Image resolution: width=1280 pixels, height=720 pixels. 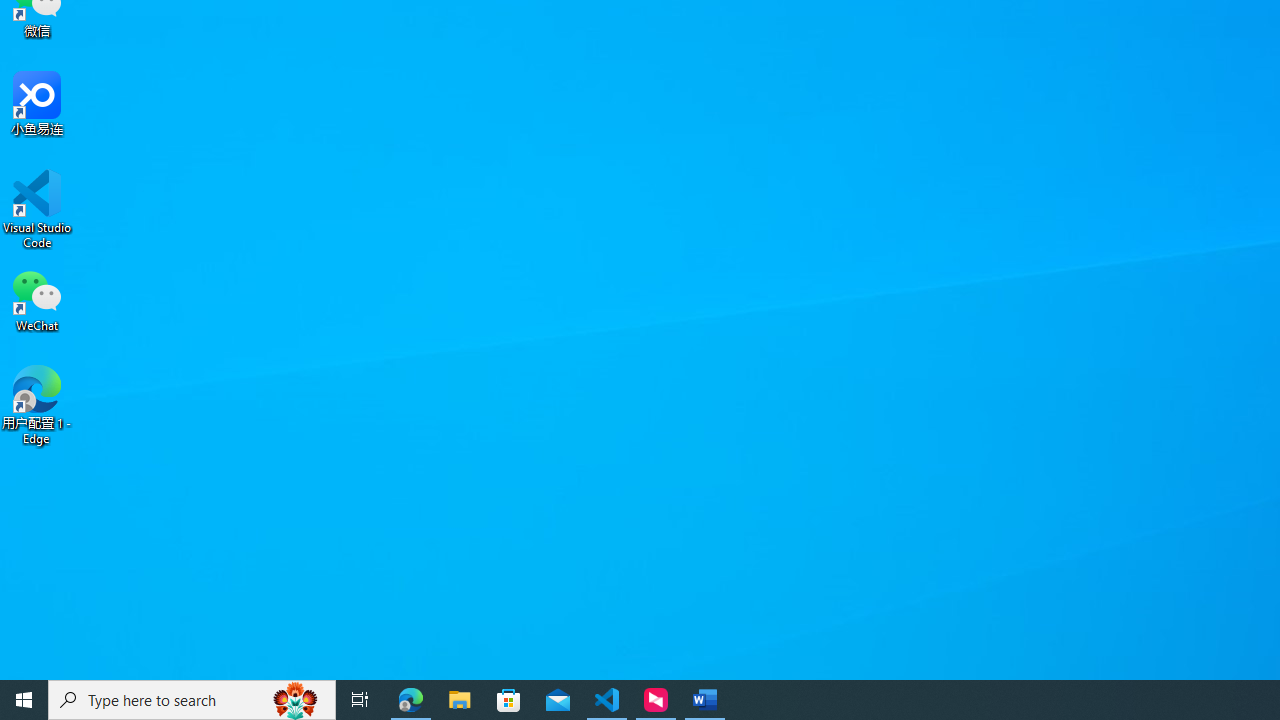 What do you see at coordinates (509, 698) in the screenshot?
I see `'Microsoft Store'` at bounding box center [509, 698].